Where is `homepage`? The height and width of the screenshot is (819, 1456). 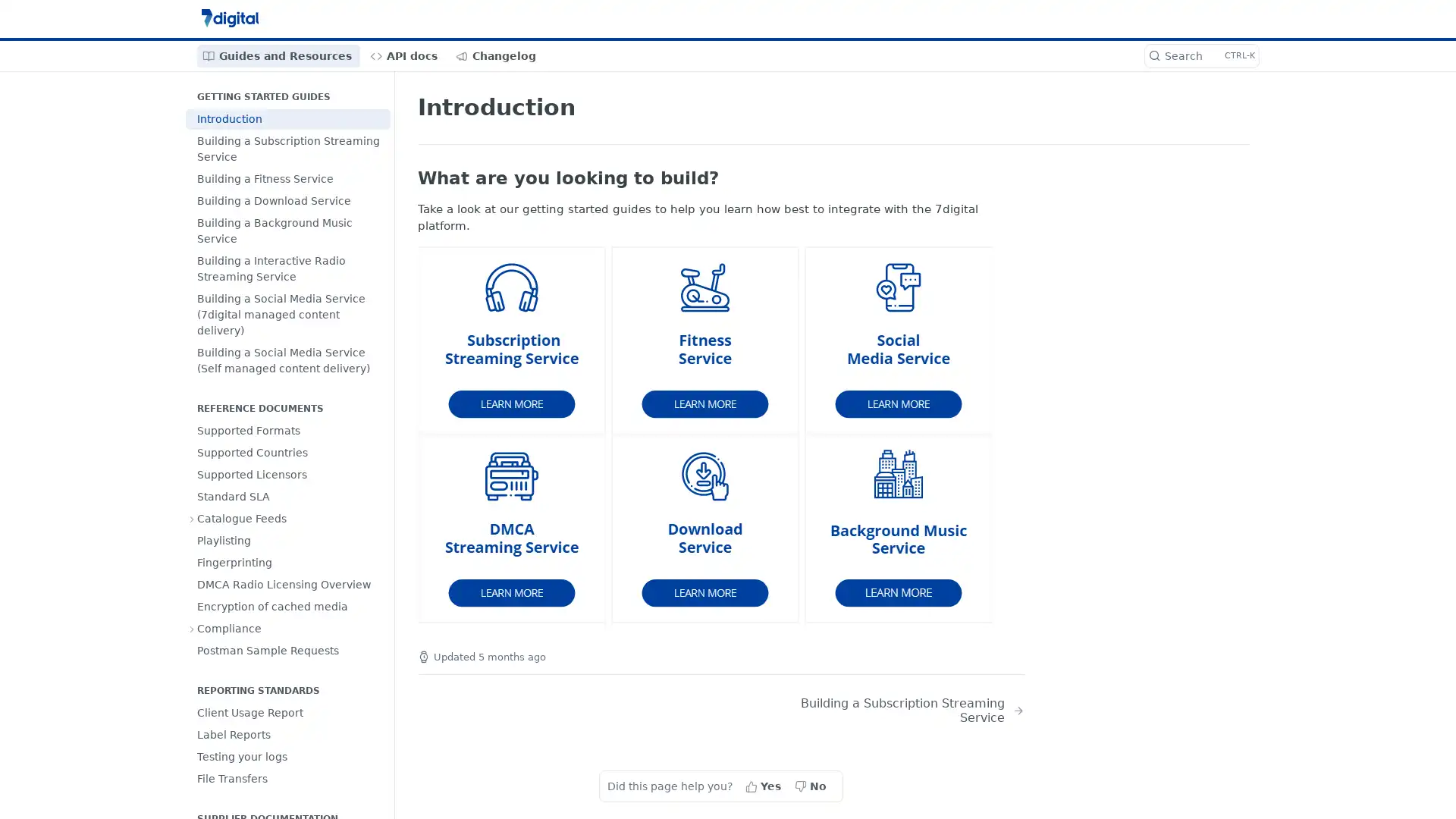 homepage is located at coordinates (705, 528).